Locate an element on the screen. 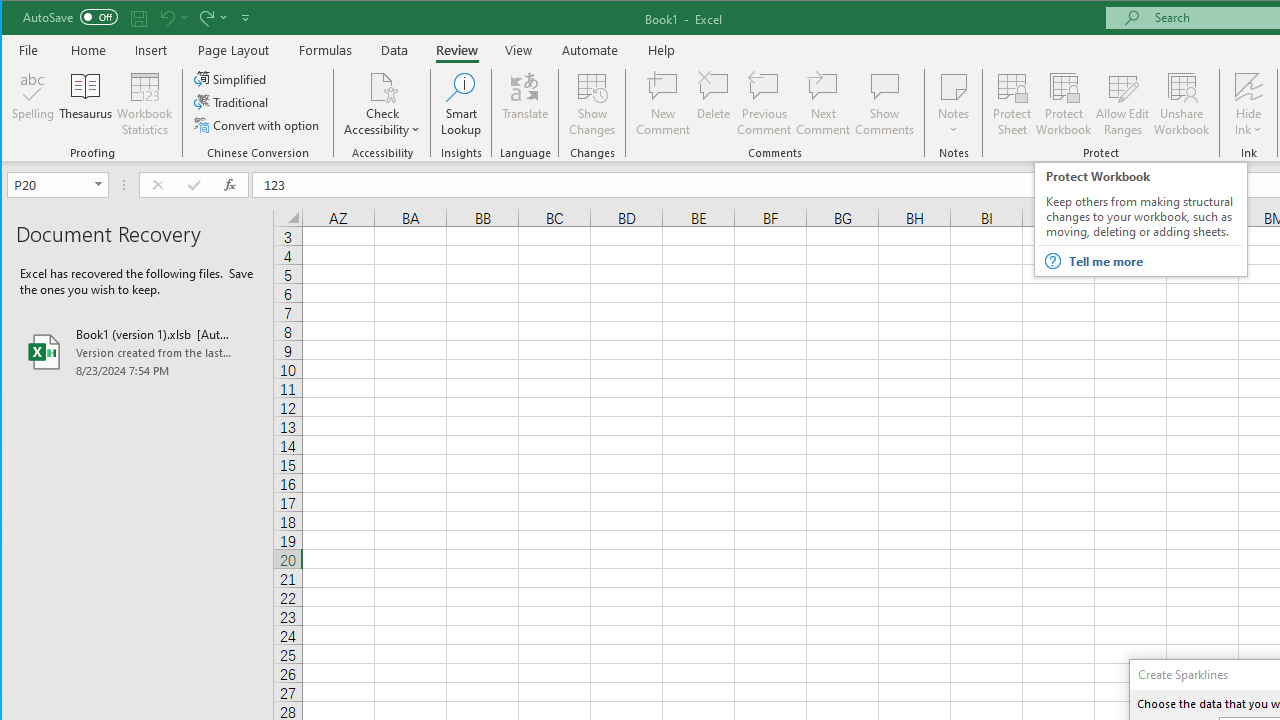 The height and width of the screenshot is (720, 1280). 'Spelling...' is located at coordinates (33, 104).